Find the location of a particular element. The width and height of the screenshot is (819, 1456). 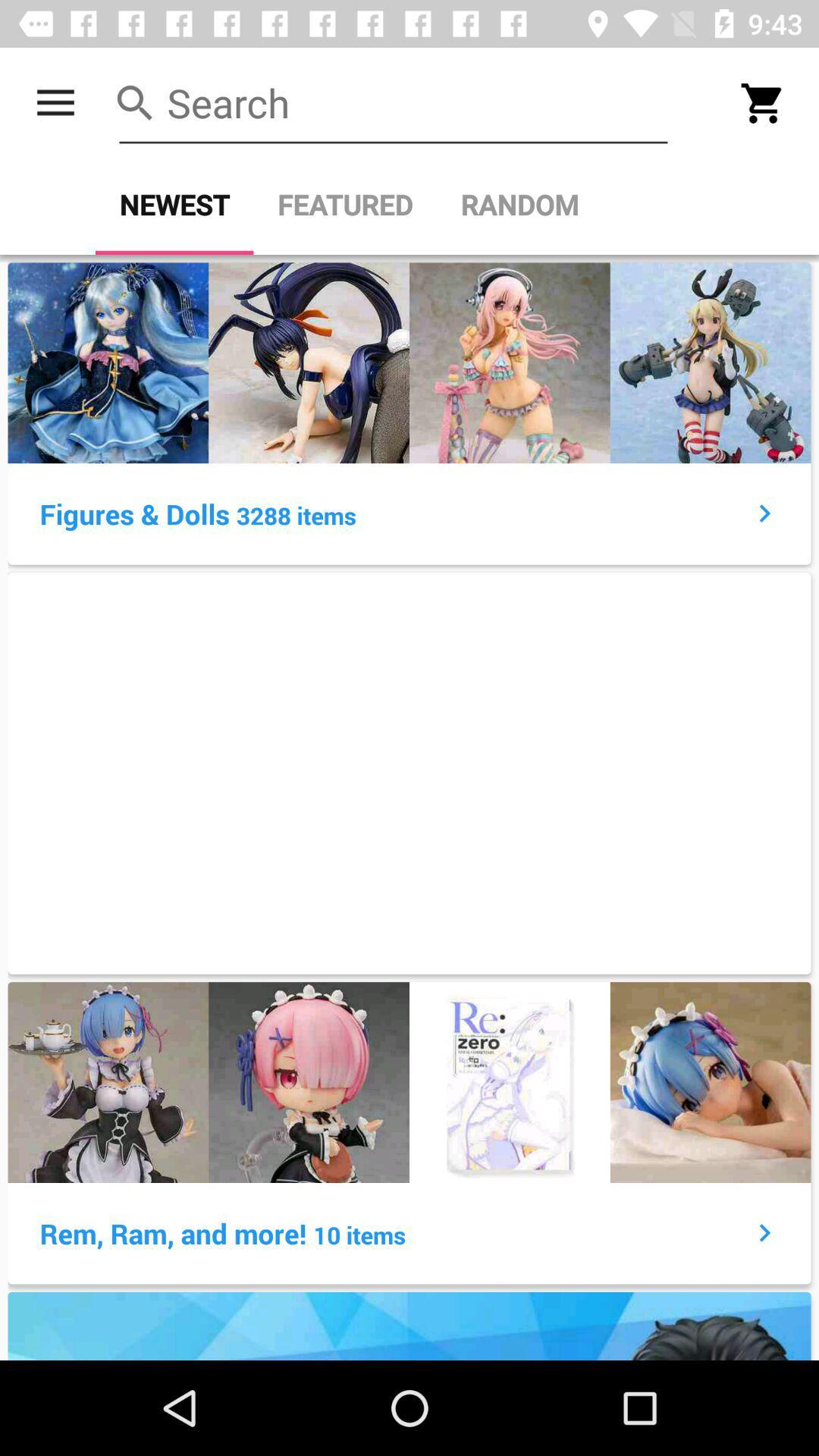

icon above the newest item is located at coordinates (55, 102).